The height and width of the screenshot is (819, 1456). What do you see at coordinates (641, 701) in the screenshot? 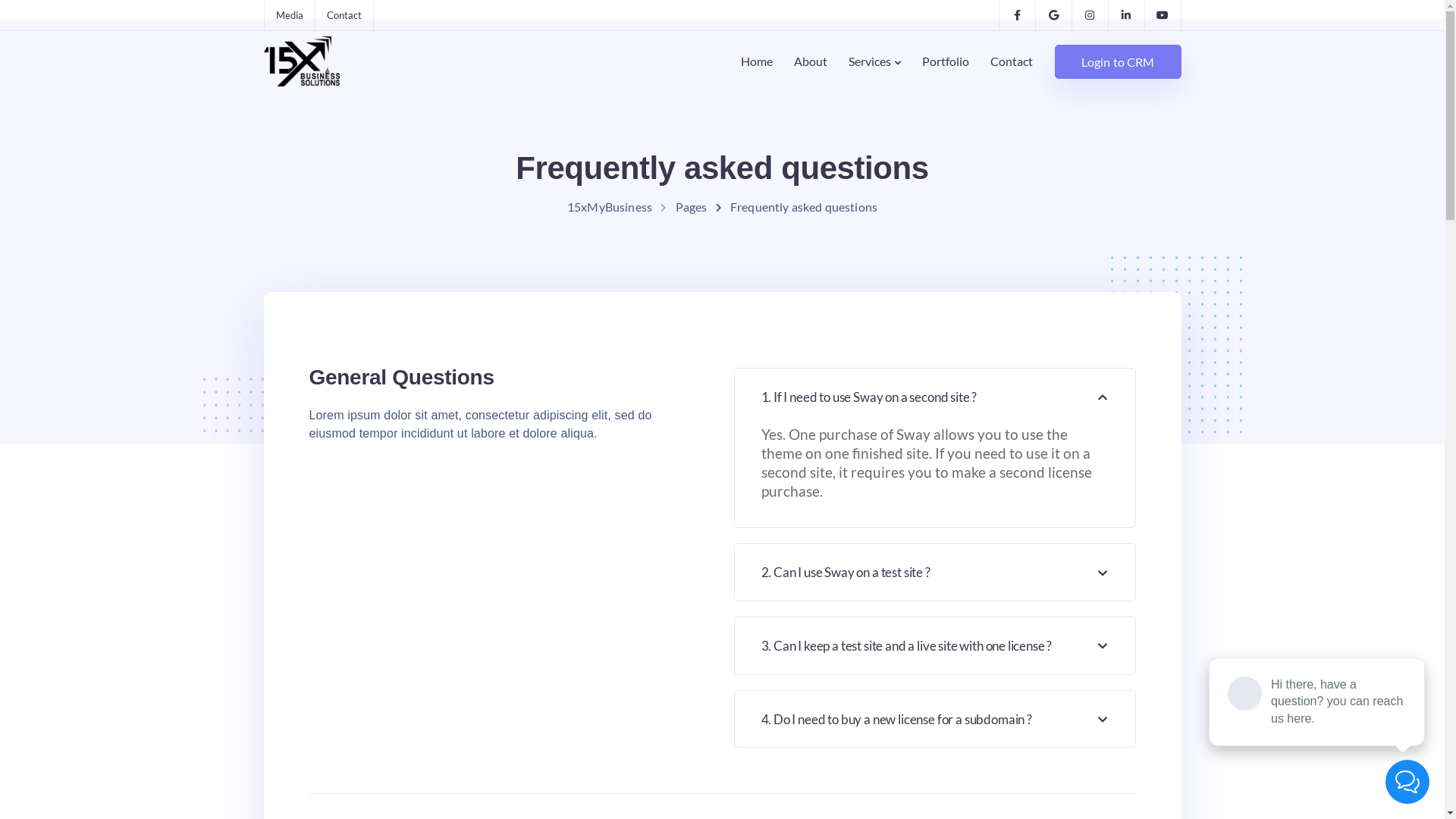
I see `'Internship'` at bounding box center [641, 701].